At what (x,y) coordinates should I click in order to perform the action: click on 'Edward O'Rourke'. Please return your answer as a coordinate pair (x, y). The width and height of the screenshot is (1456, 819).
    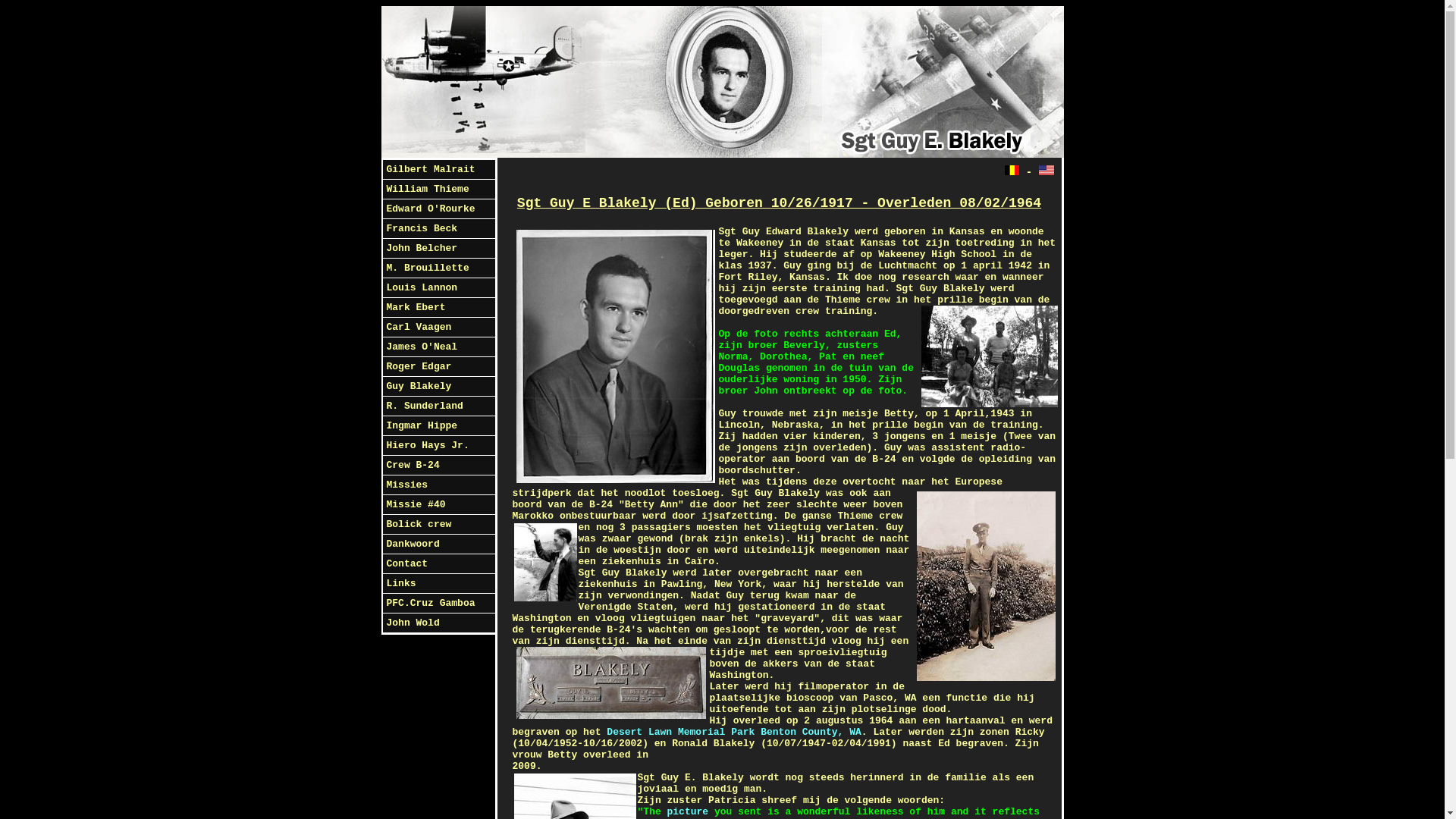
    Looking at the image, I should click on (437, 209).